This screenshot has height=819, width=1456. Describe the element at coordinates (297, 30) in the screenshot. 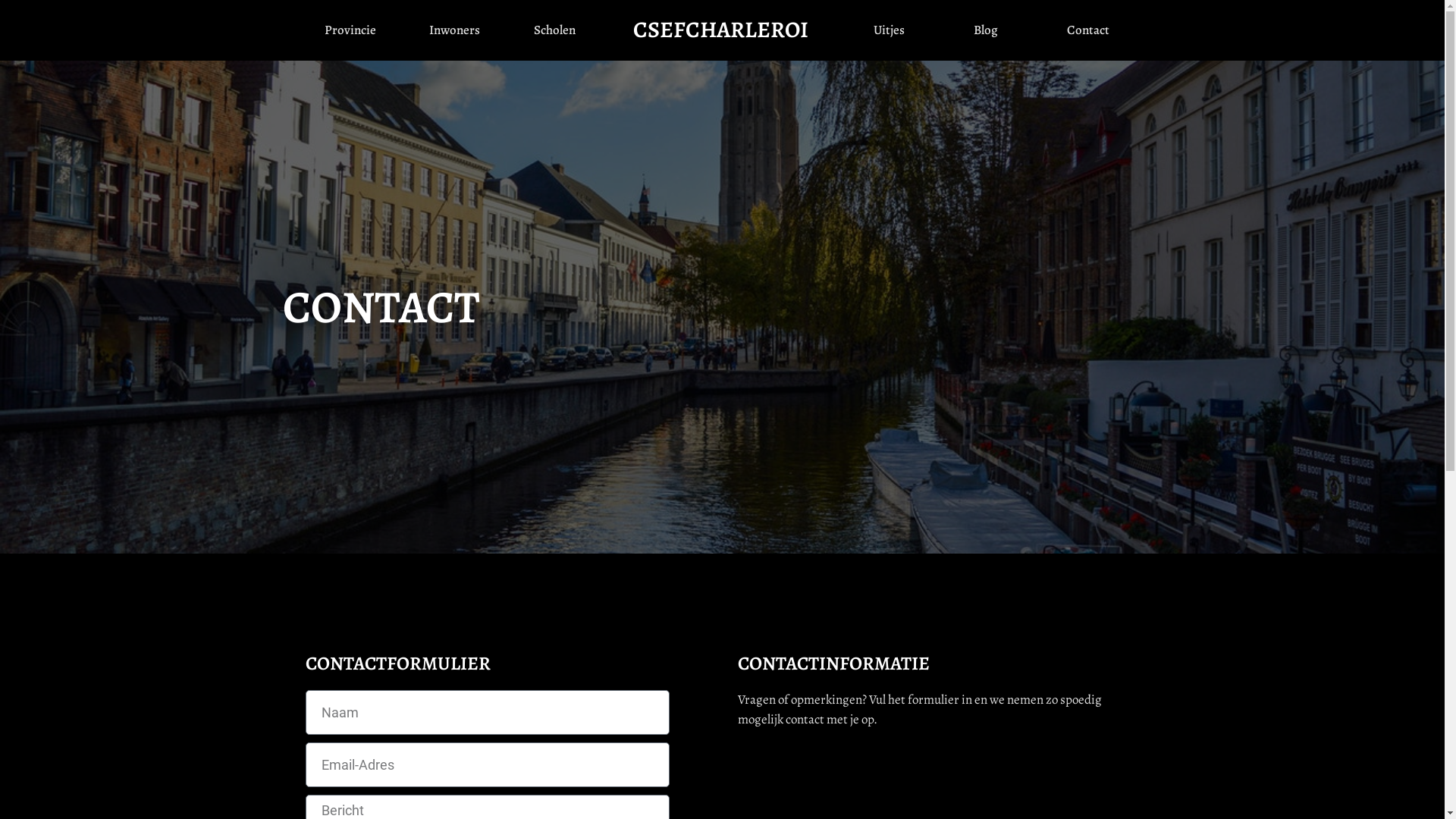

I see `'Provincie'` at that location.